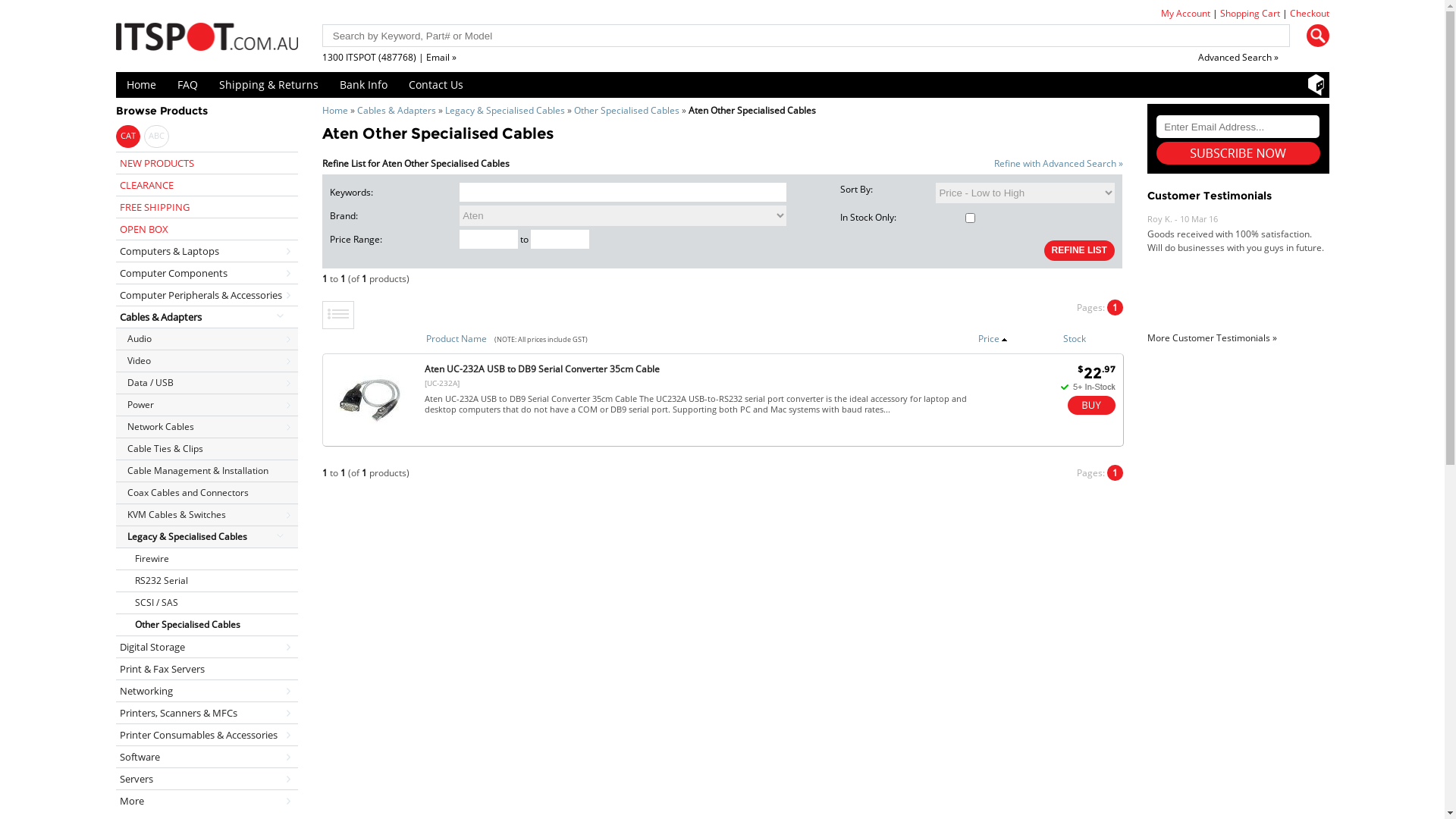  What do you see at coordinates (206, 712) in the screenshot?
I see `'Printers, Scanners & MFCs'` at bounding box center [206, 712].